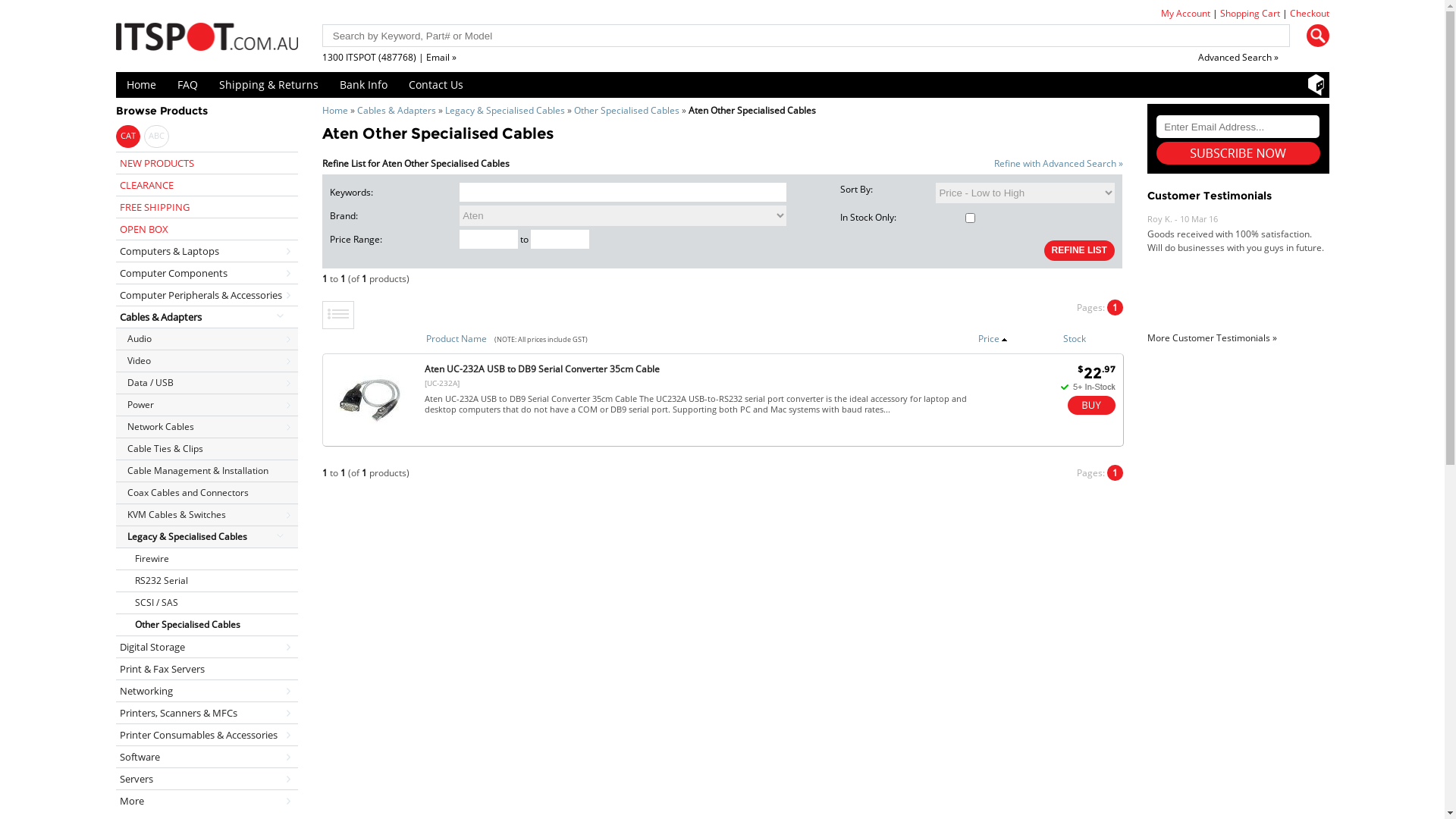  What do you see at coordinates (206, 712) in the screenshot?
I see `'Printers, Scanners & MFCs'` at bounding box center [206, 712].